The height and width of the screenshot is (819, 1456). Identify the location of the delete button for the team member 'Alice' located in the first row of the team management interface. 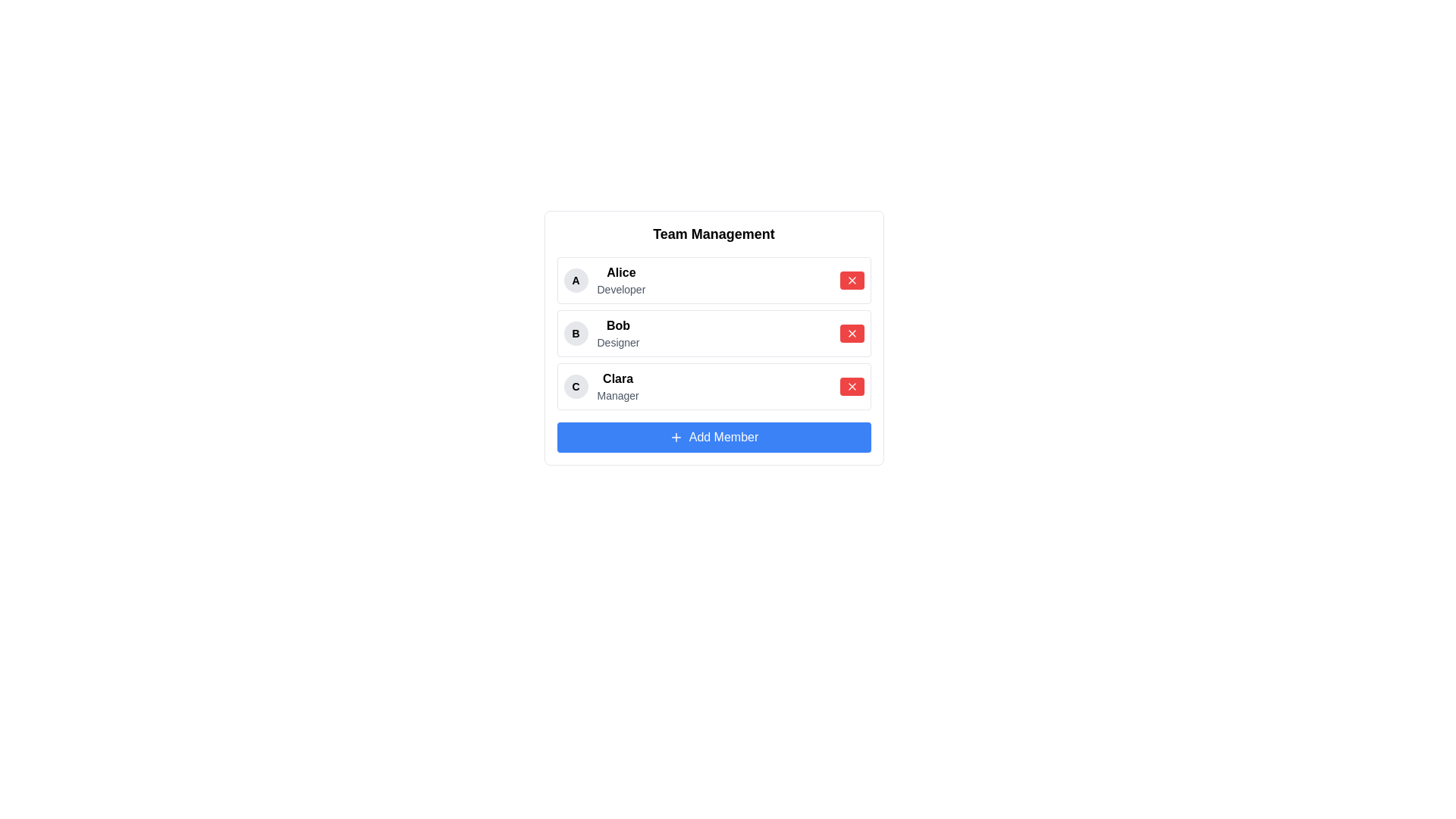
(852, 281).